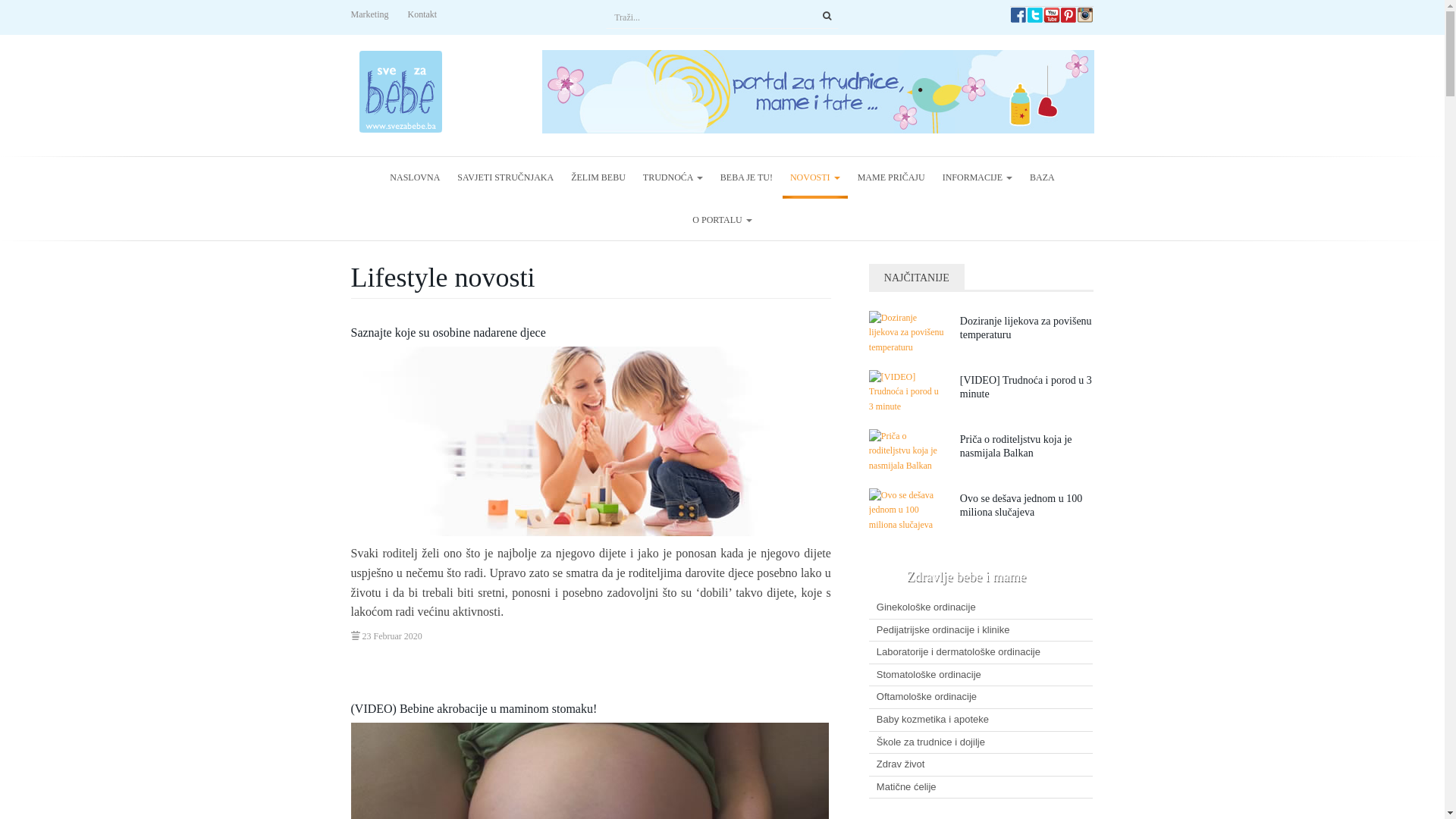 Image resolution: width=1456 pixels, height=819 pixels. I want to click on 'NOVOSTI', so click(814, 177).